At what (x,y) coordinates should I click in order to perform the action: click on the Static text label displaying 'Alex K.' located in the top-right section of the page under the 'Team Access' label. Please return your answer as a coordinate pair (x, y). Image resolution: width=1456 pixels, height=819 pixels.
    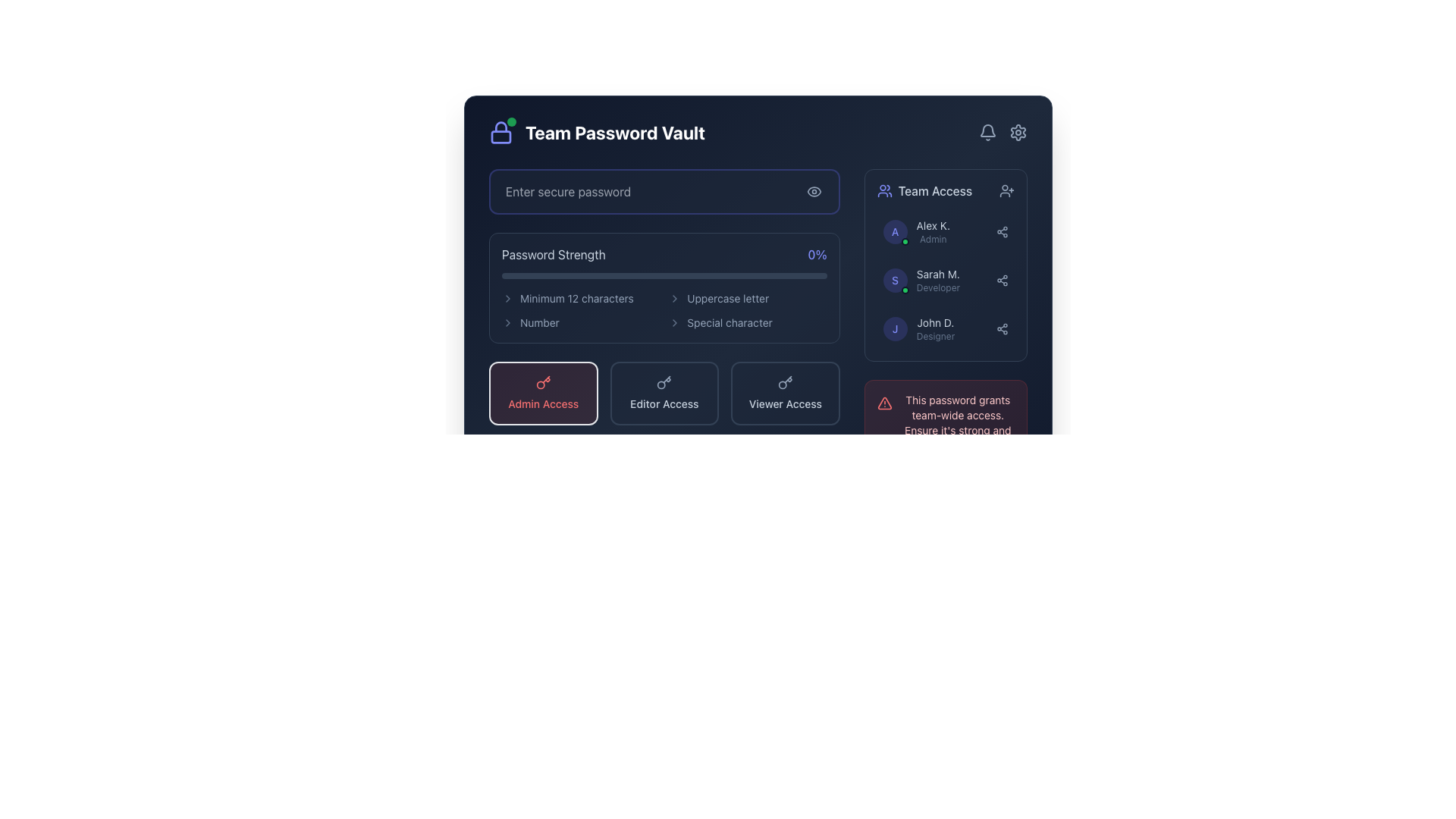
    Looking at the image, I should click on (932, 225).